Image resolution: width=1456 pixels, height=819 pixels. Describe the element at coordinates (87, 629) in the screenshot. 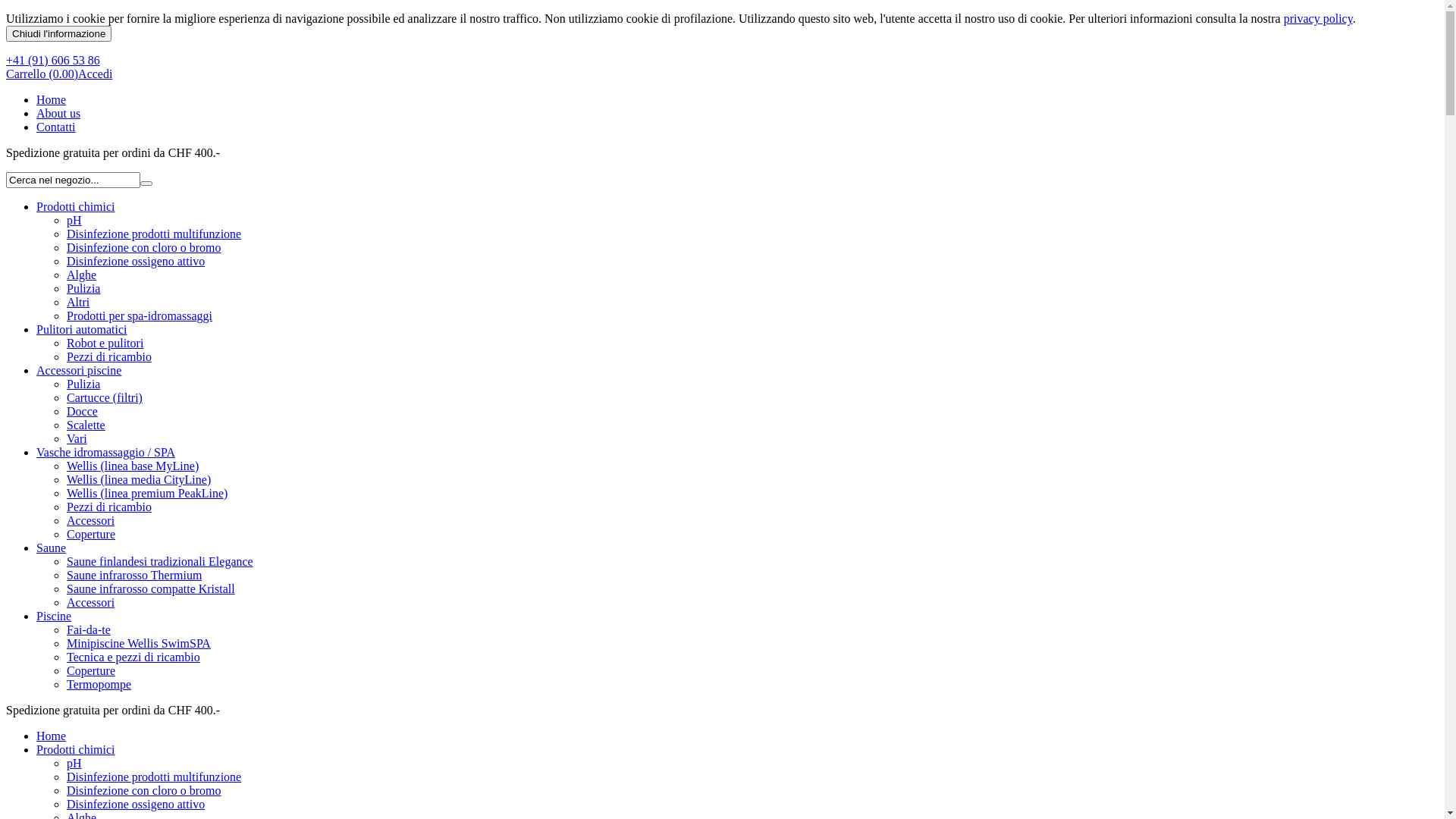

I see `'Fai-da-te'` at that location.